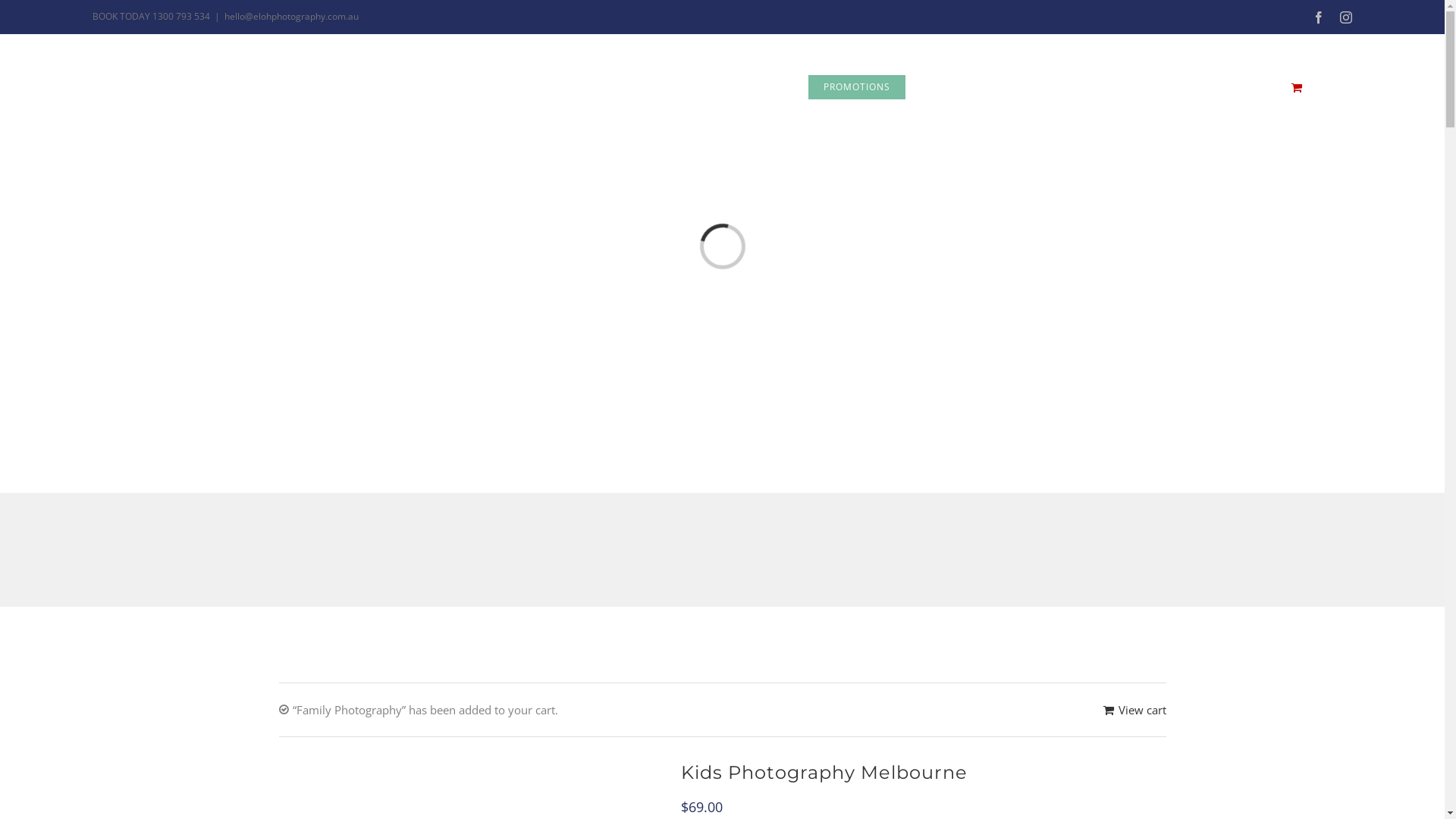 Image resolution: width=1456 pixels, height=819 pixels. Describe the element at coordinates (1134, 710) in the screenshot. I see `'View cart'` at that location.